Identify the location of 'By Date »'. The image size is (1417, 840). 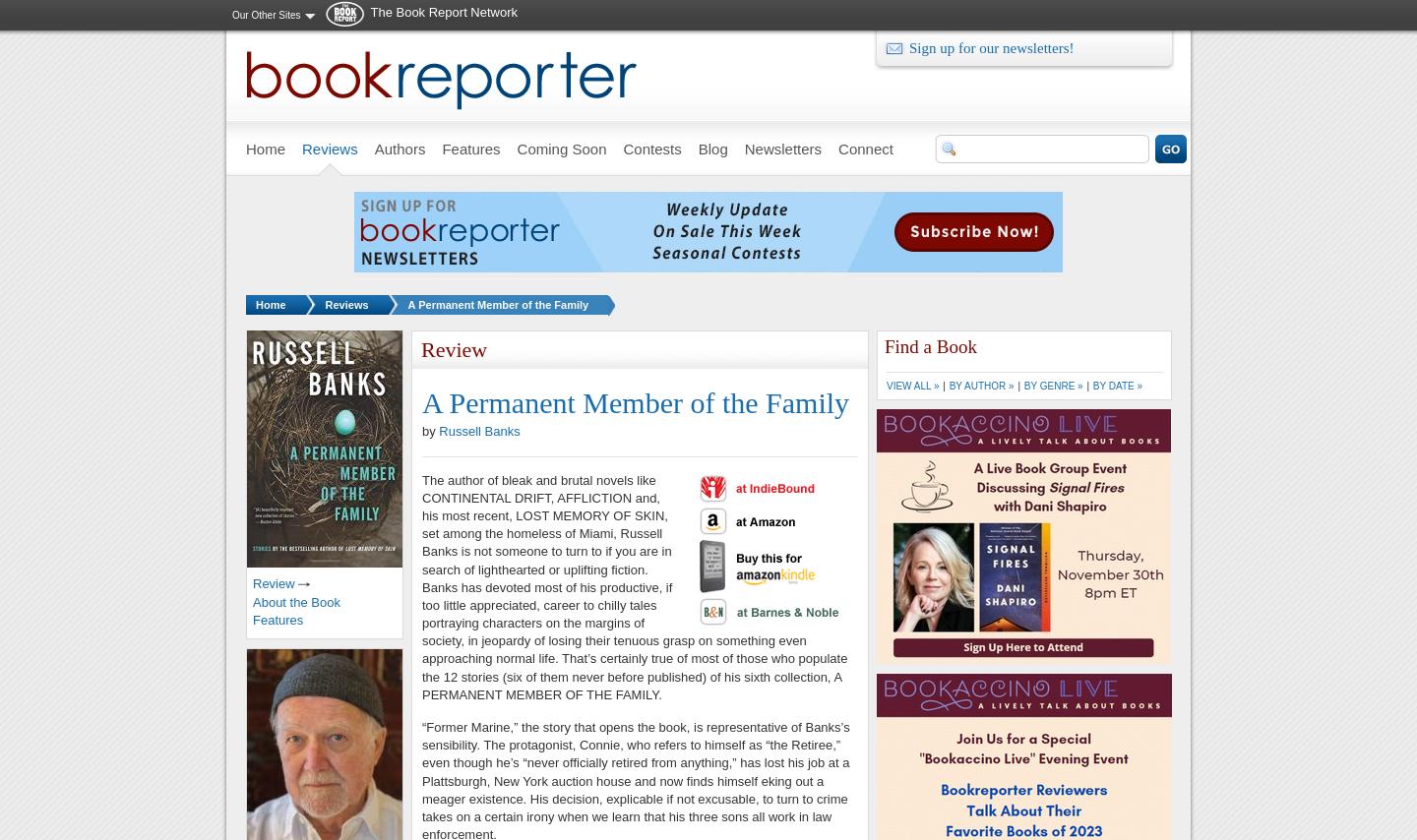
(1090, 385).